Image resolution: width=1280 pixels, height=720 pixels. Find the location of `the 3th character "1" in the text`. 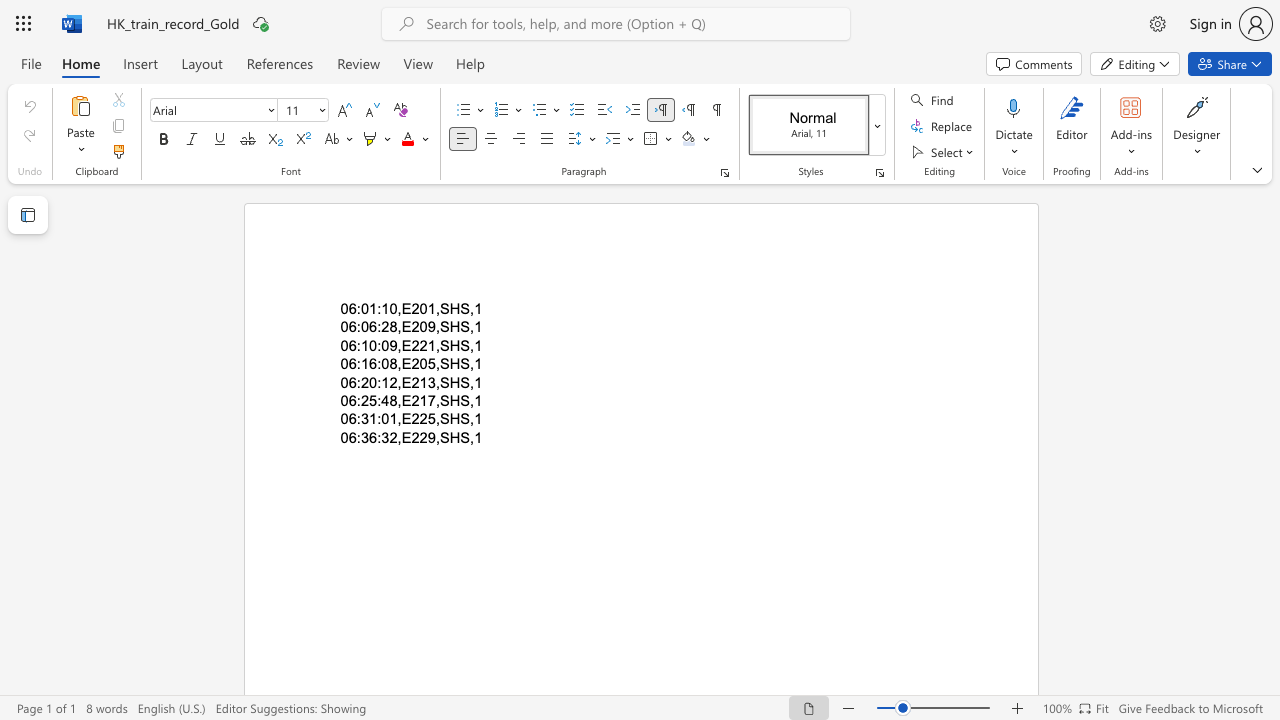

the 3th character "1" in the text is located at coordinates (430, 309).